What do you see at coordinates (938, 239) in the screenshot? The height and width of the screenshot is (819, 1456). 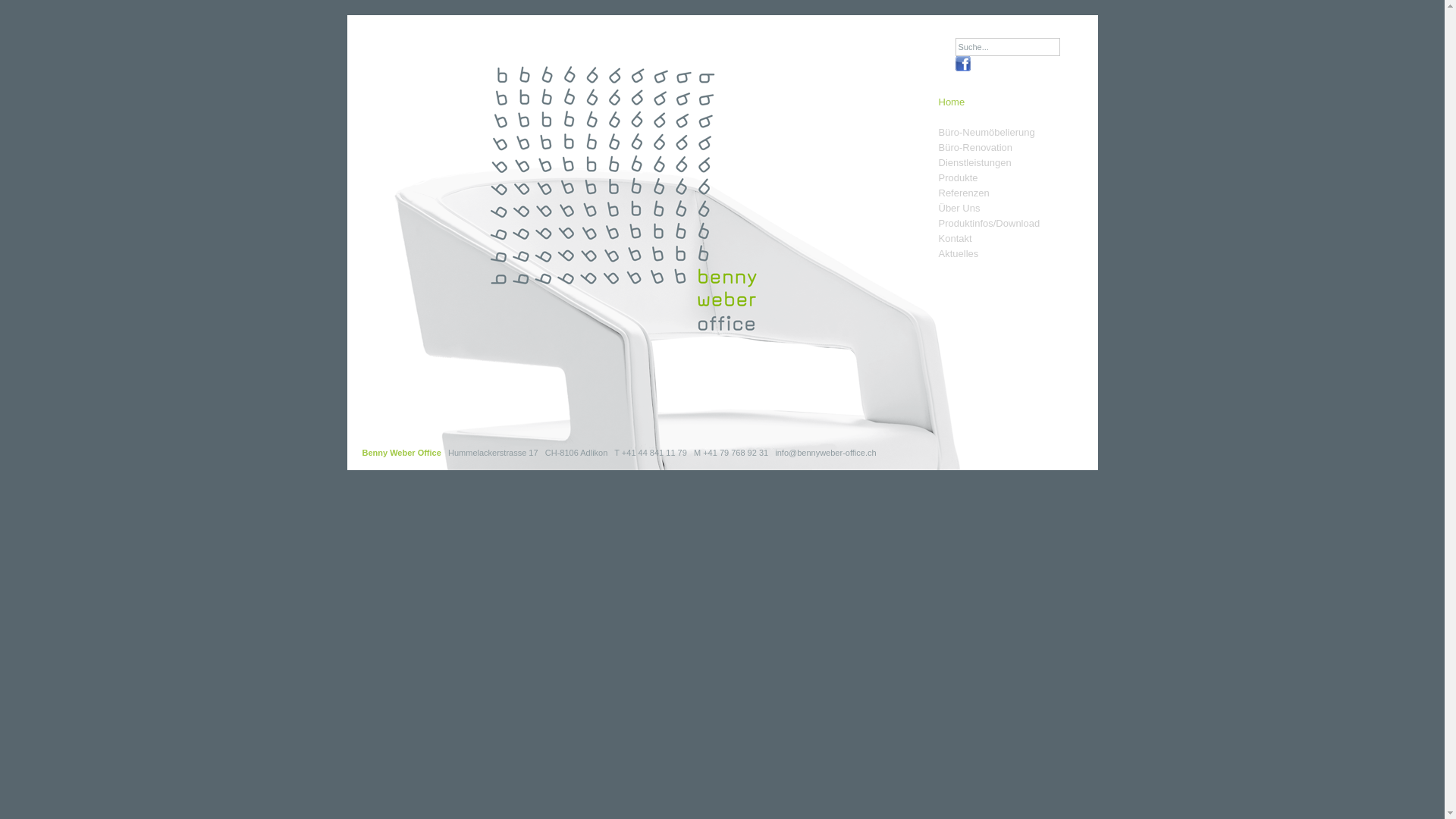 I see `'Kontakt'` at bounding box center [938, 239].